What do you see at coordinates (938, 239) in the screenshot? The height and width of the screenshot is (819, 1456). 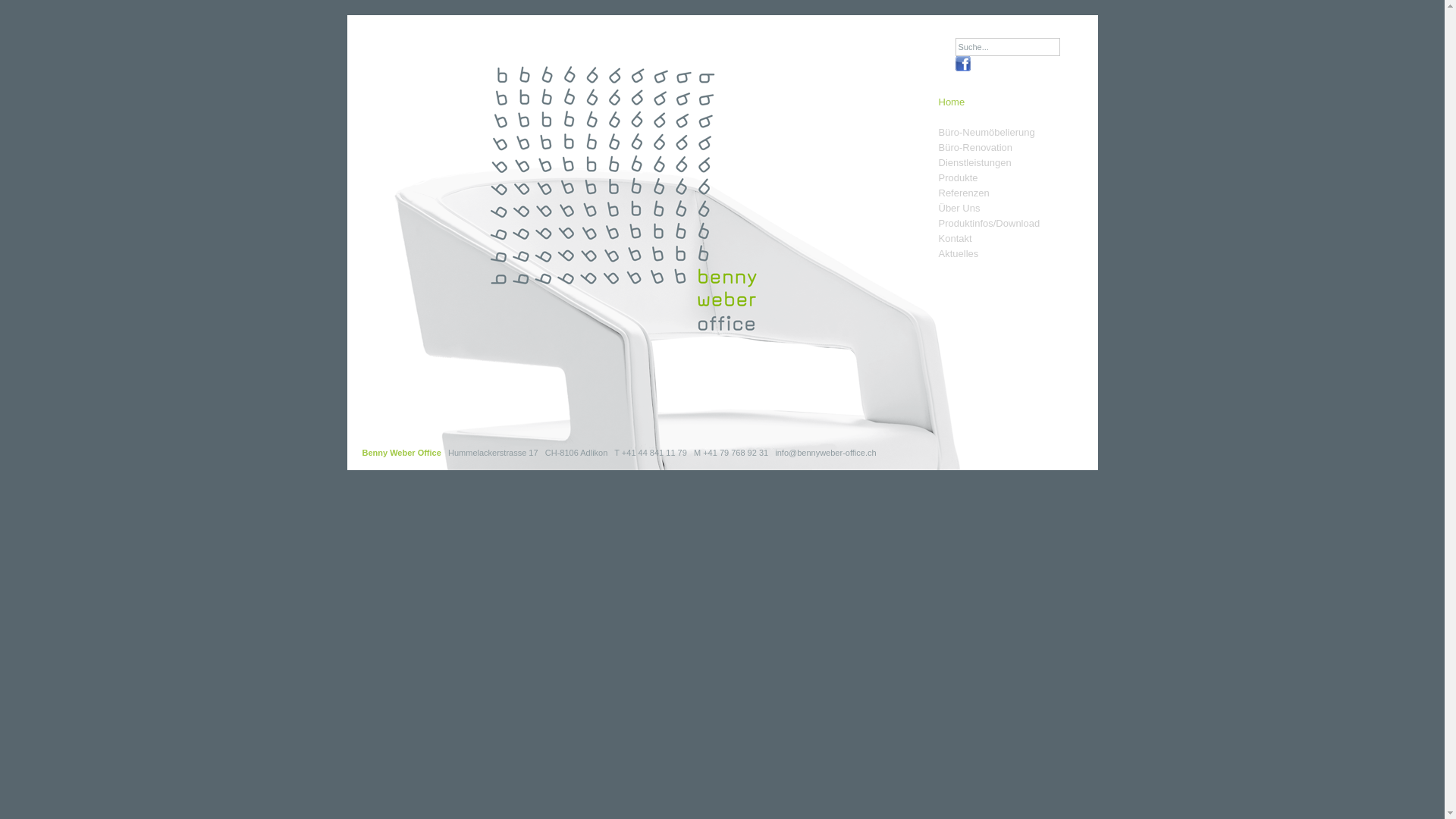 I see `'Kontakt'` at bounding box center [938, 239].